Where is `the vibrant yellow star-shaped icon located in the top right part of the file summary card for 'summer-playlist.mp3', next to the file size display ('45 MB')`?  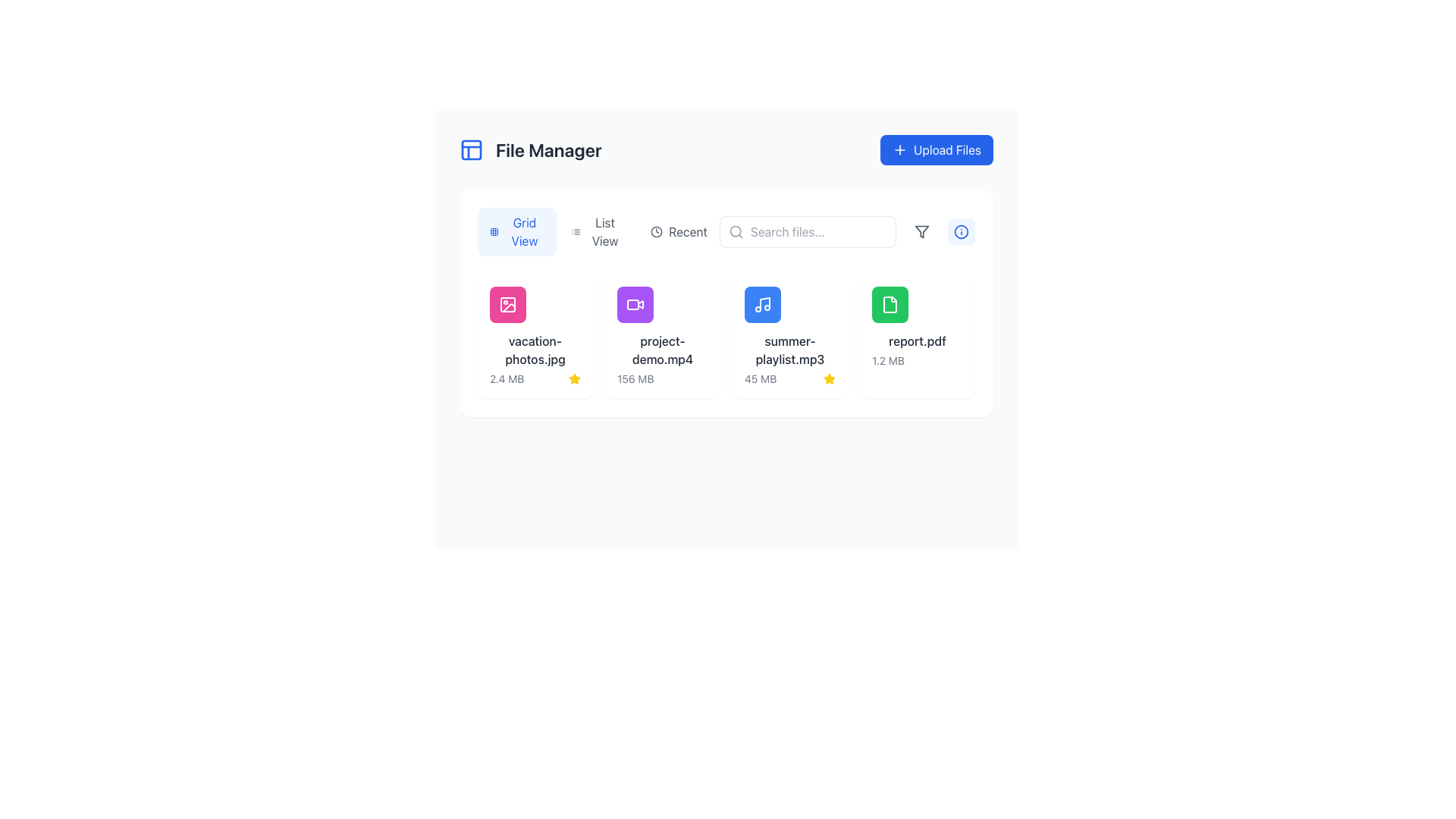 the vibrant yellow star-shaped icon located in the top right part of the file summary card for 'summer-playlist.mp3', next to the file size display ('45 MB') is located at coordinates (829, 378).